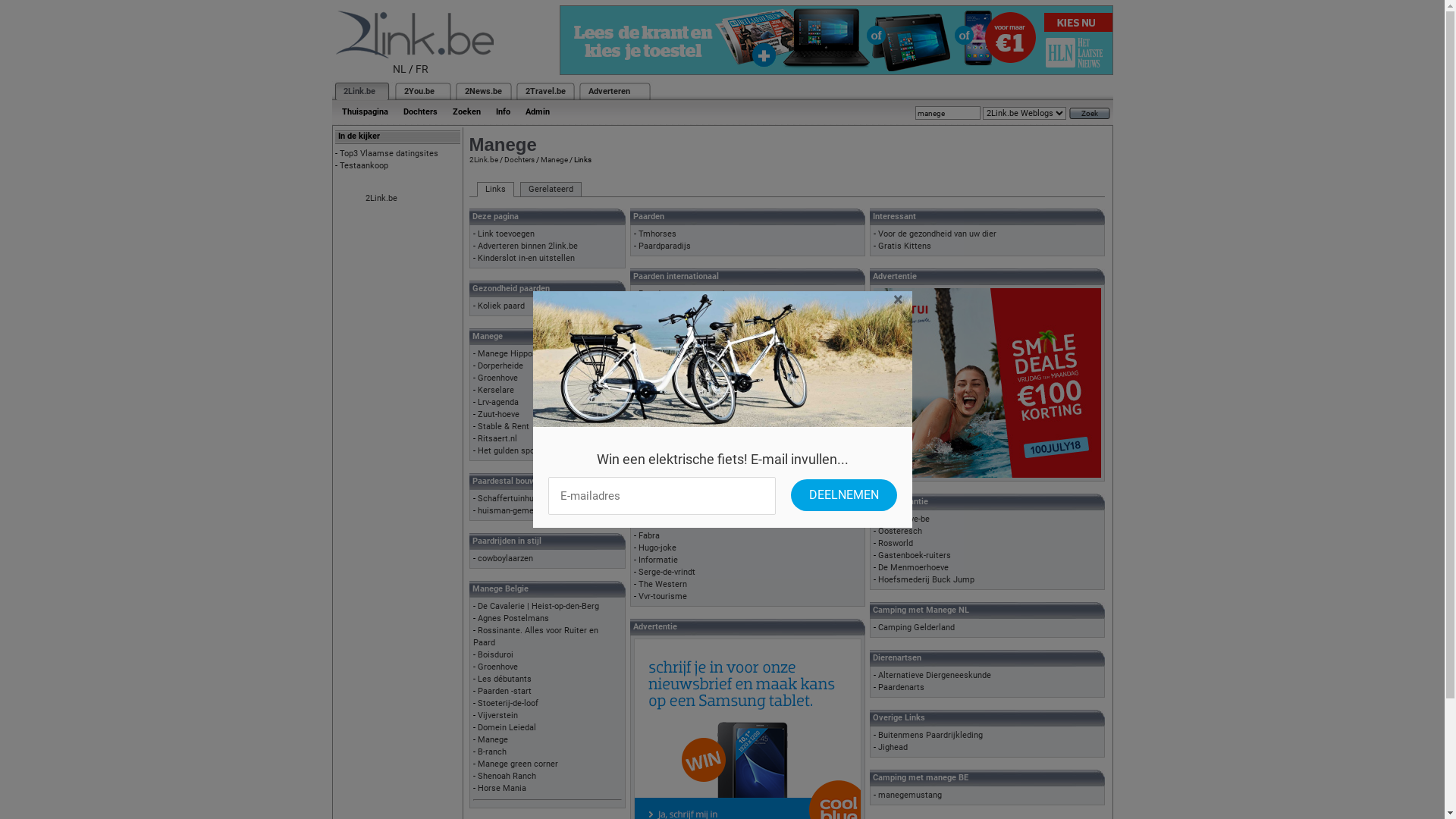  I want to click on 'Stable & Rent', so click(503, 426).